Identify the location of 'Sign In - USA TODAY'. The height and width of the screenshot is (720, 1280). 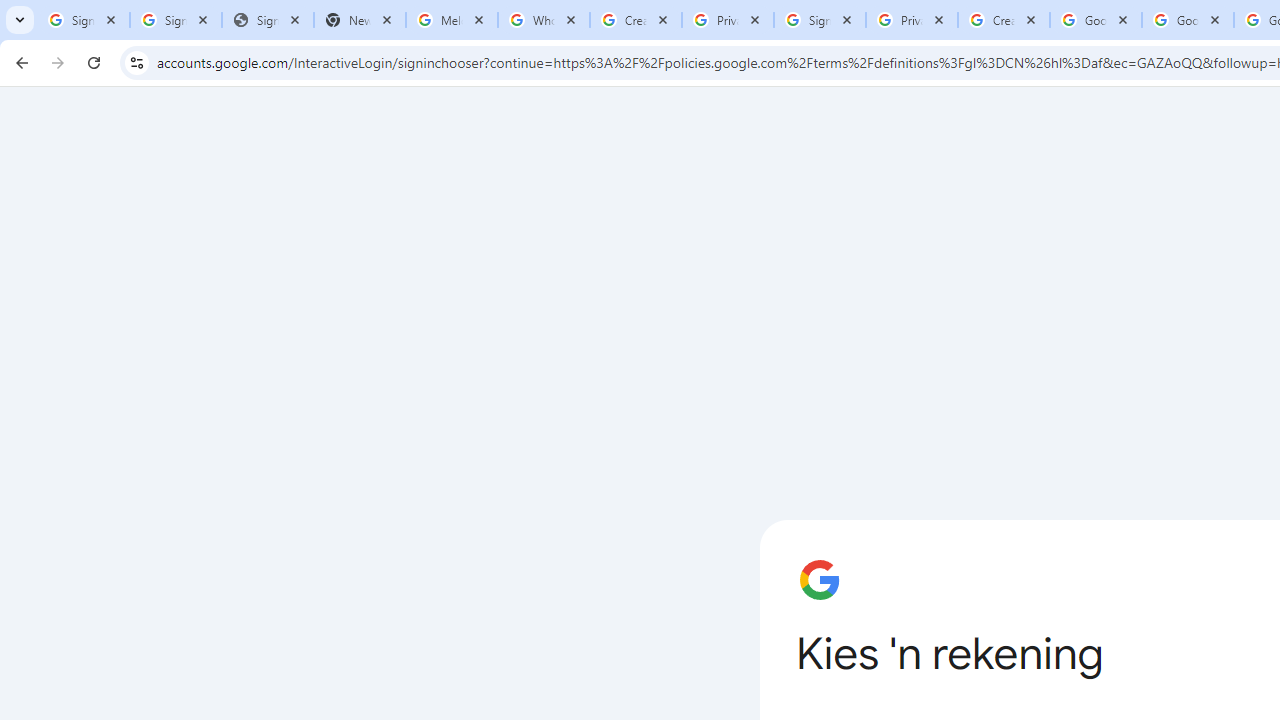
(266, 20).